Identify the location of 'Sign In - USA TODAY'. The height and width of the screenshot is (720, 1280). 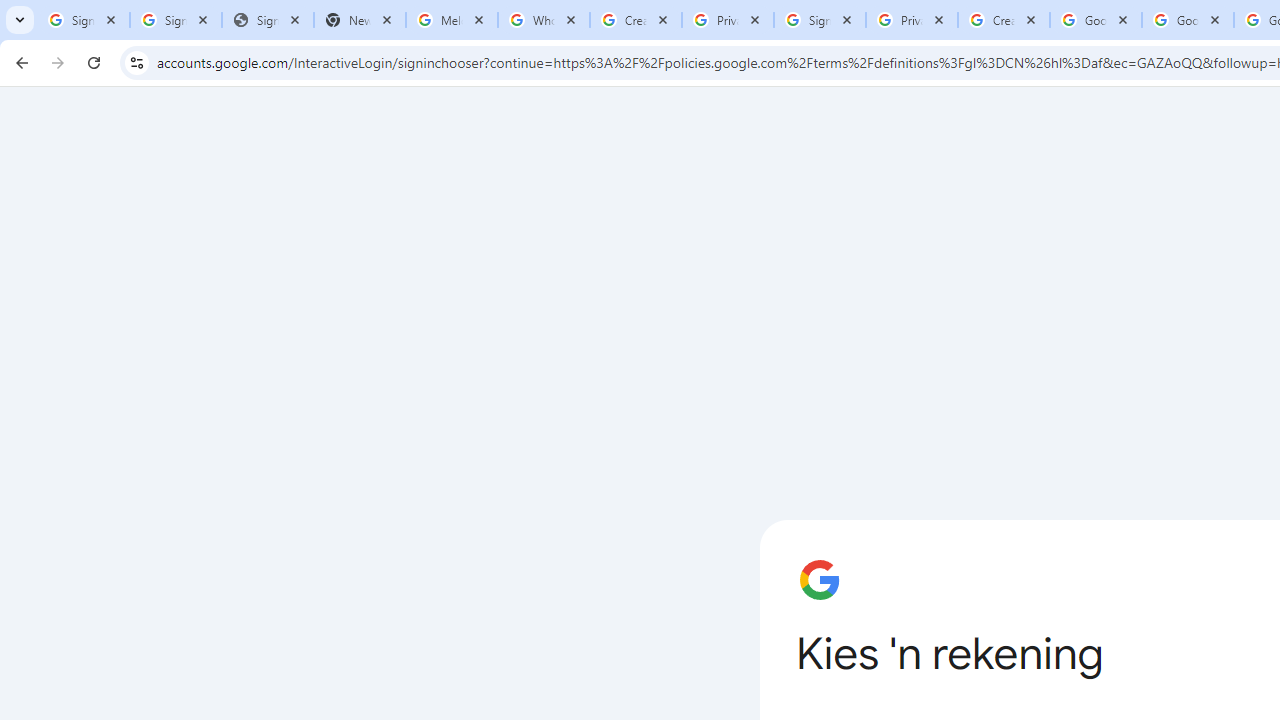
(266, 20).